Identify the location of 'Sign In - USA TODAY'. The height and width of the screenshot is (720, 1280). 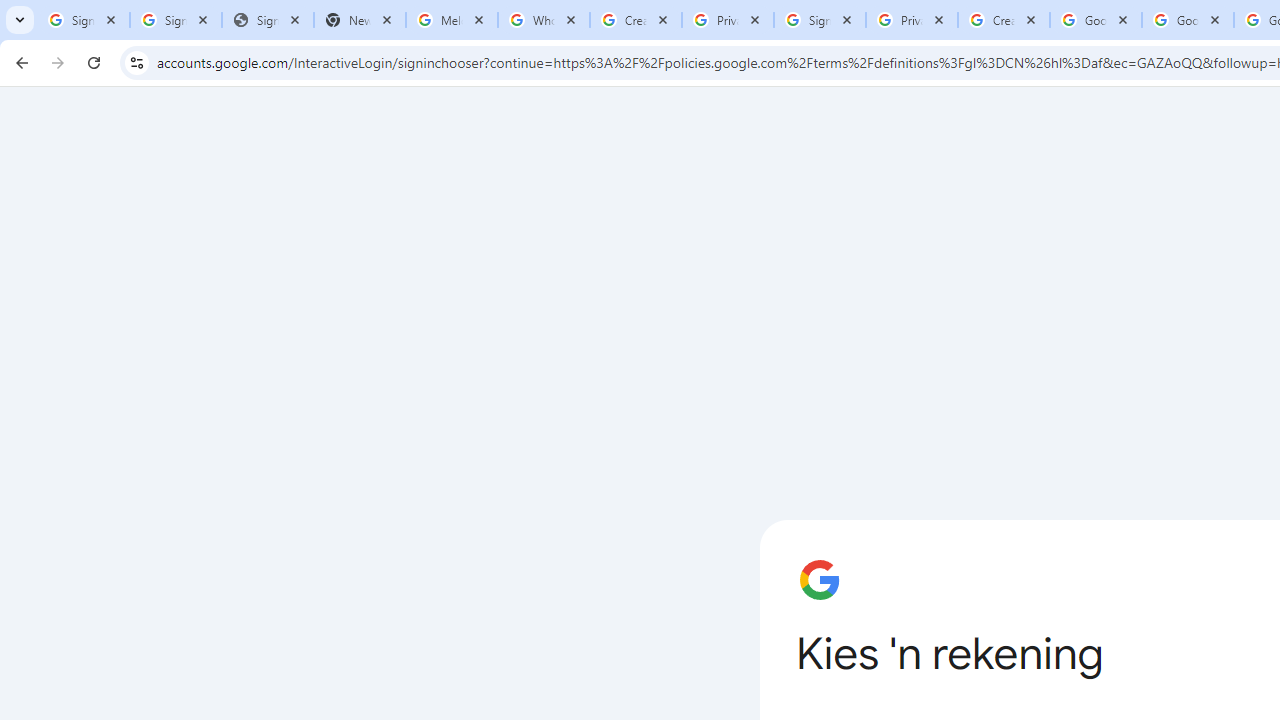
(266, 20).